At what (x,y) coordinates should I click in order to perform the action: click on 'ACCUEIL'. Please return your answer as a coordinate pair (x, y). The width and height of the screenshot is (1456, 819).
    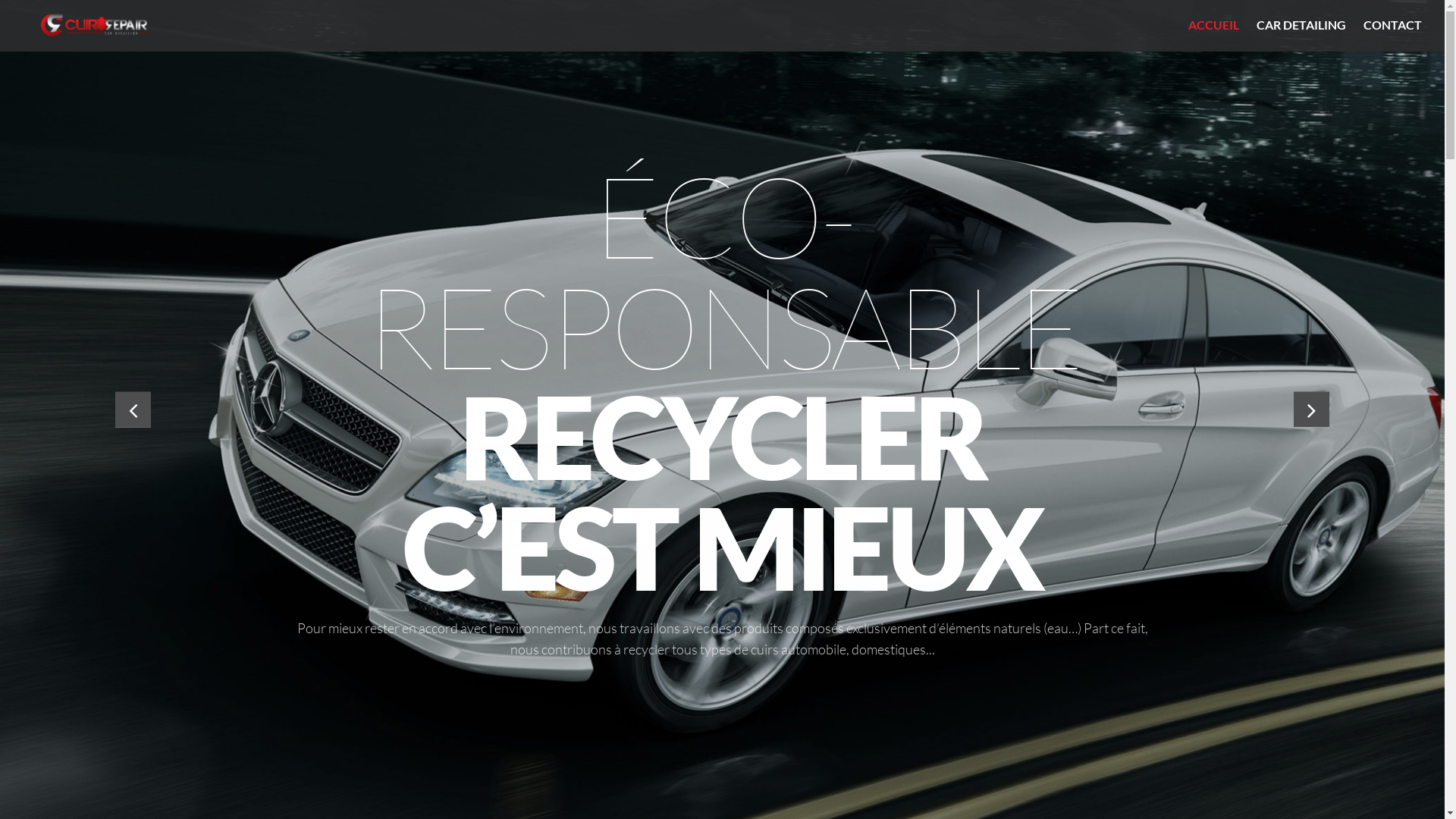
    Looking at the image, I should click on (1187, 24).